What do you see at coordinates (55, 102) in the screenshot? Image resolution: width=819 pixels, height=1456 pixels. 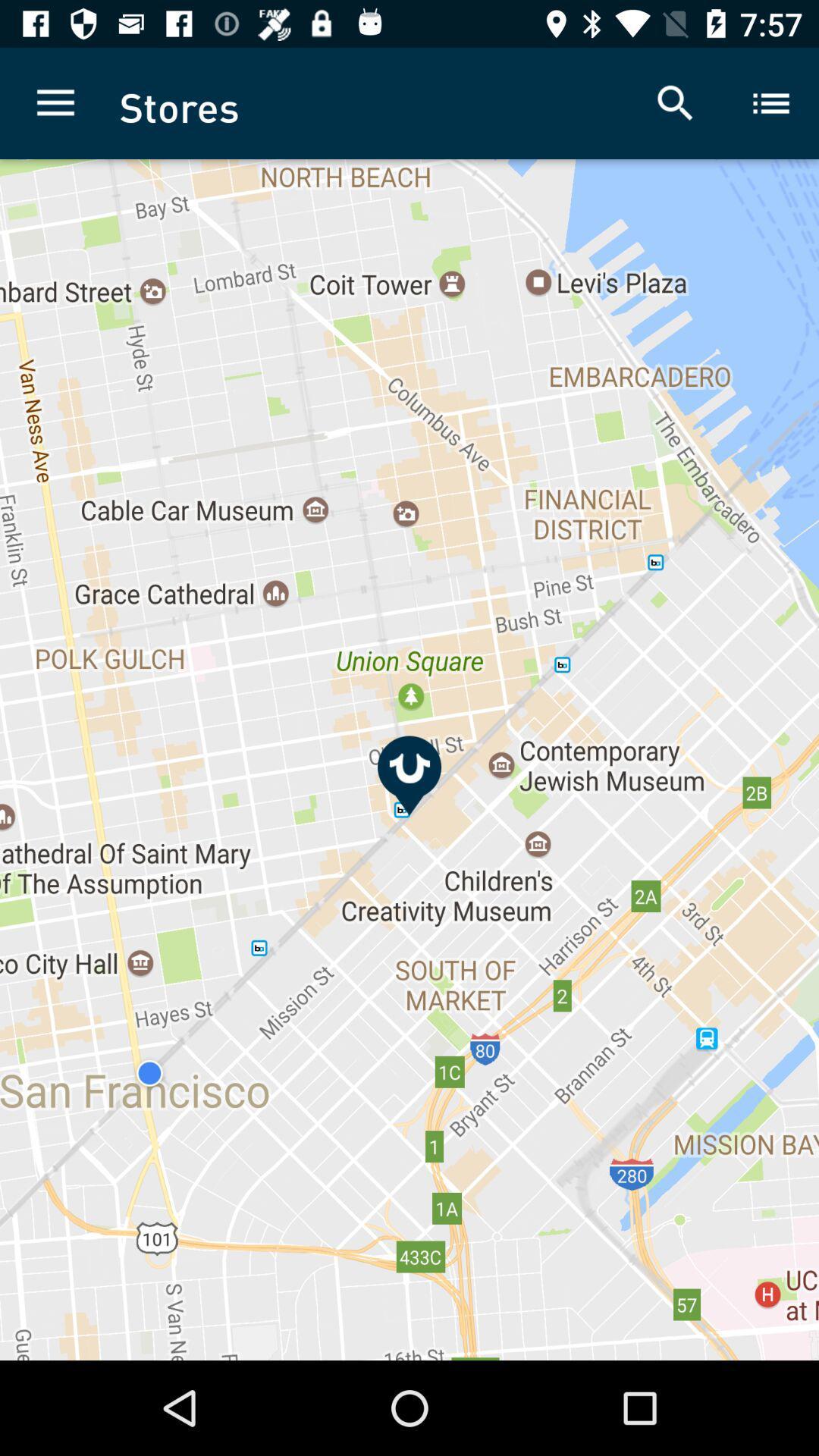 I see `app to the left of stores app` at bounding box center [55, 102].